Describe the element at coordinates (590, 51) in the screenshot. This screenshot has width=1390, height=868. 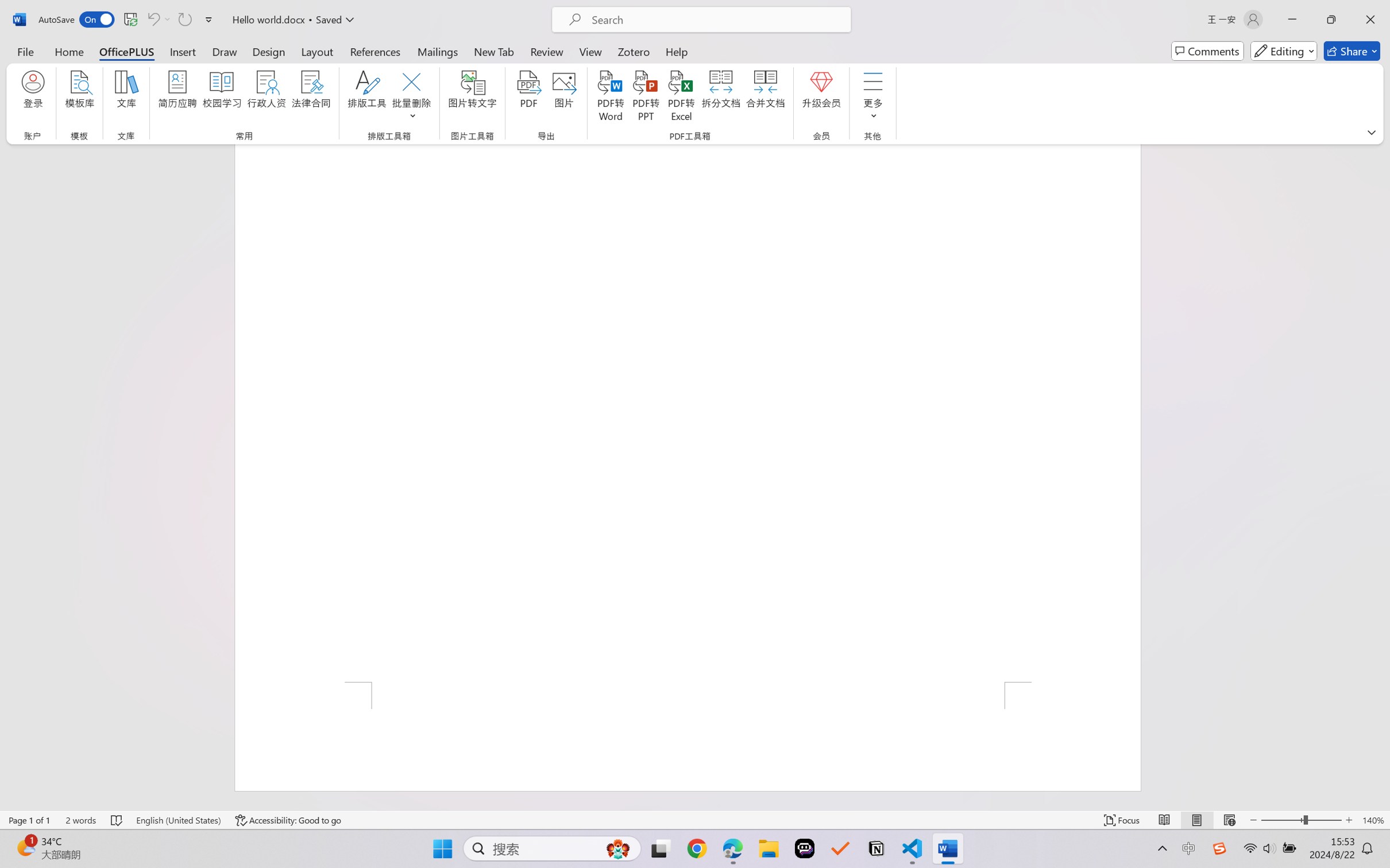
I see `'View'` at that location.